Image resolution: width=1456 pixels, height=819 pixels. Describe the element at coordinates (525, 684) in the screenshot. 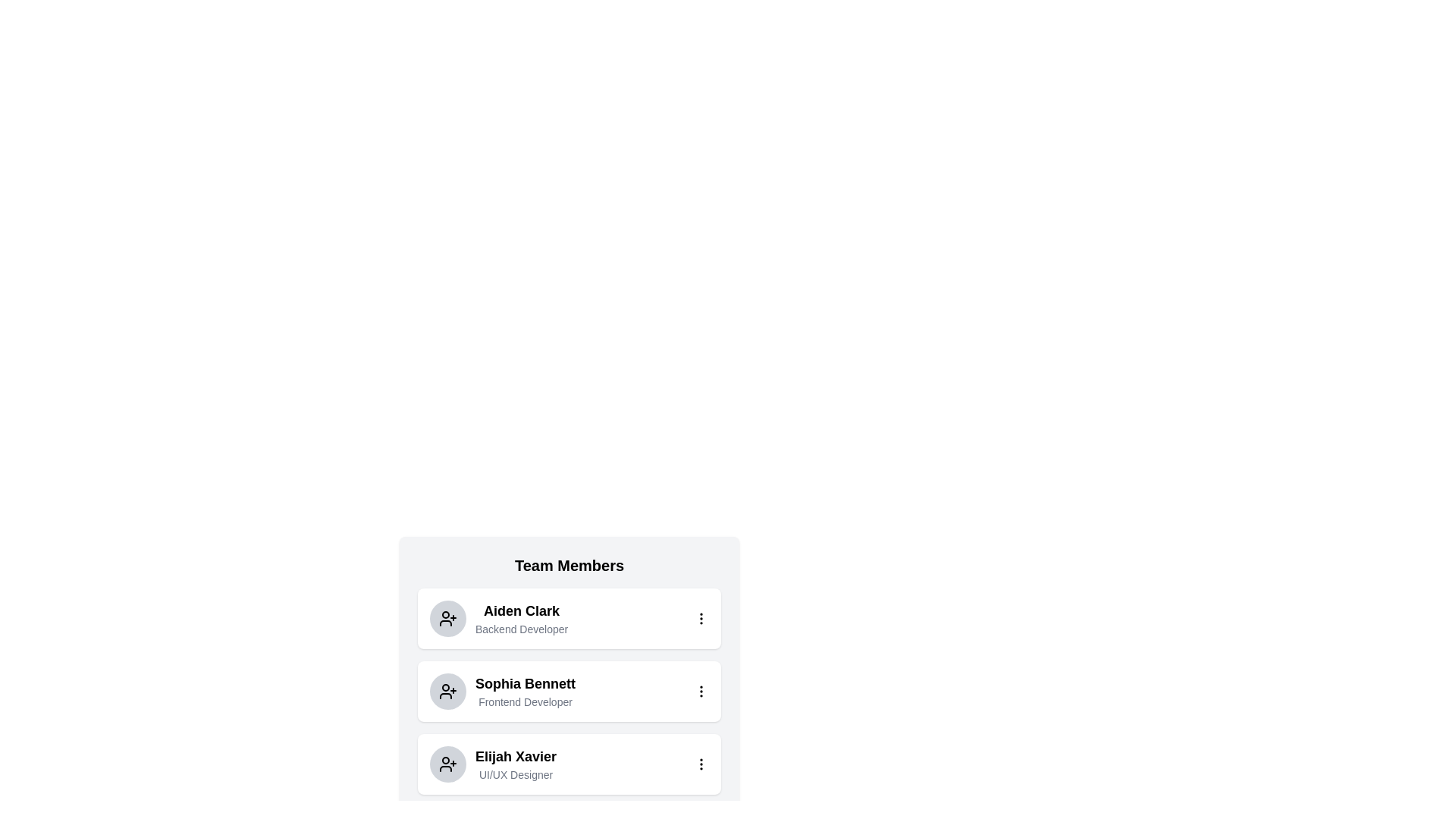

I see `text displayed in the prominent text label showing the name 'Sophia Bennett', which is located within the 'Team Members' card layout` at that location.